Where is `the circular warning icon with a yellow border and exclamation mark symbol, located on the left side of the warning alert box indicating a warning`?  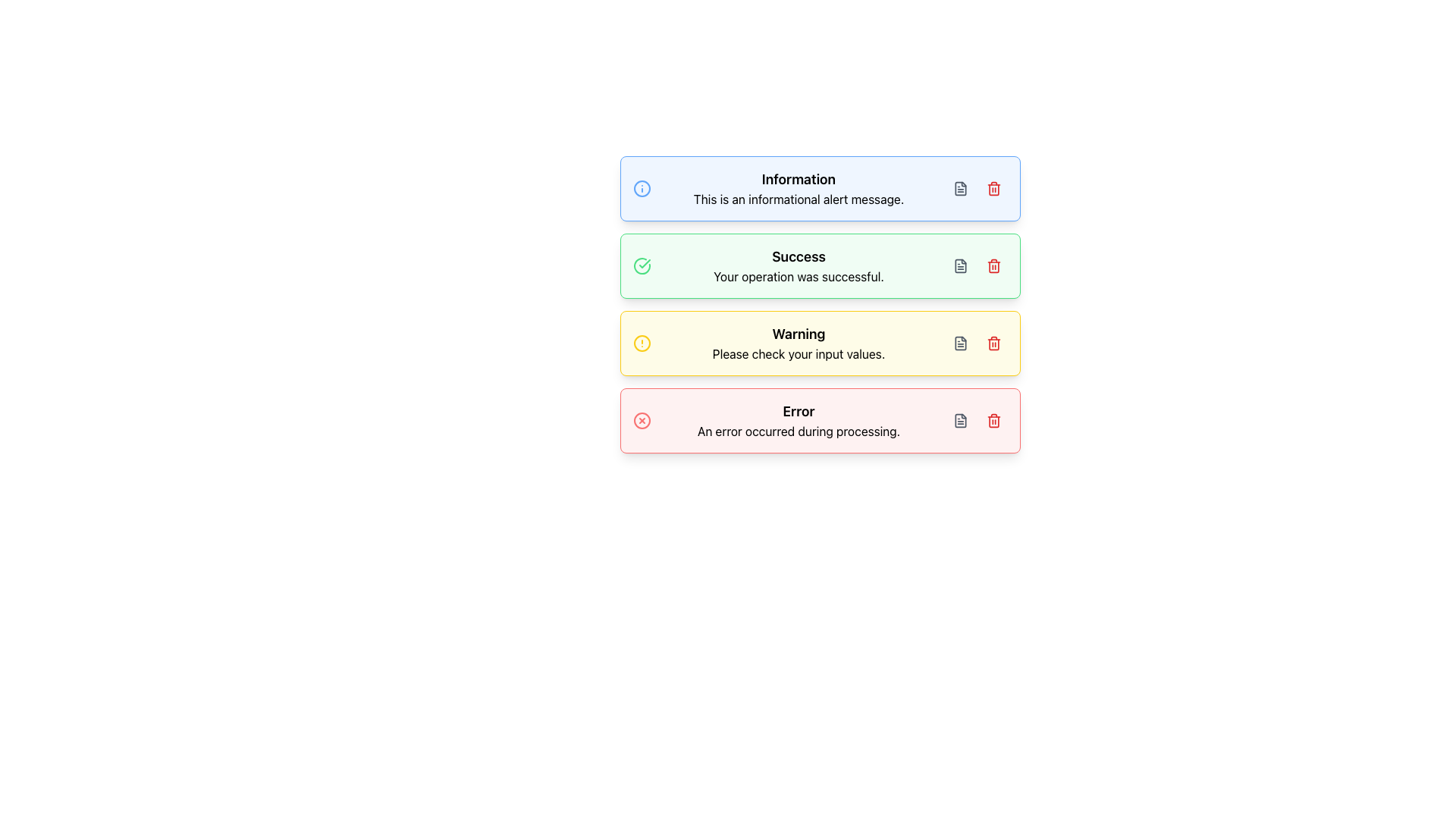
the circular warning icon with a yellow border and exclamation mark symbol, located on the left side of the warning alert box indicating a warning is located at coordinates (642, 343).